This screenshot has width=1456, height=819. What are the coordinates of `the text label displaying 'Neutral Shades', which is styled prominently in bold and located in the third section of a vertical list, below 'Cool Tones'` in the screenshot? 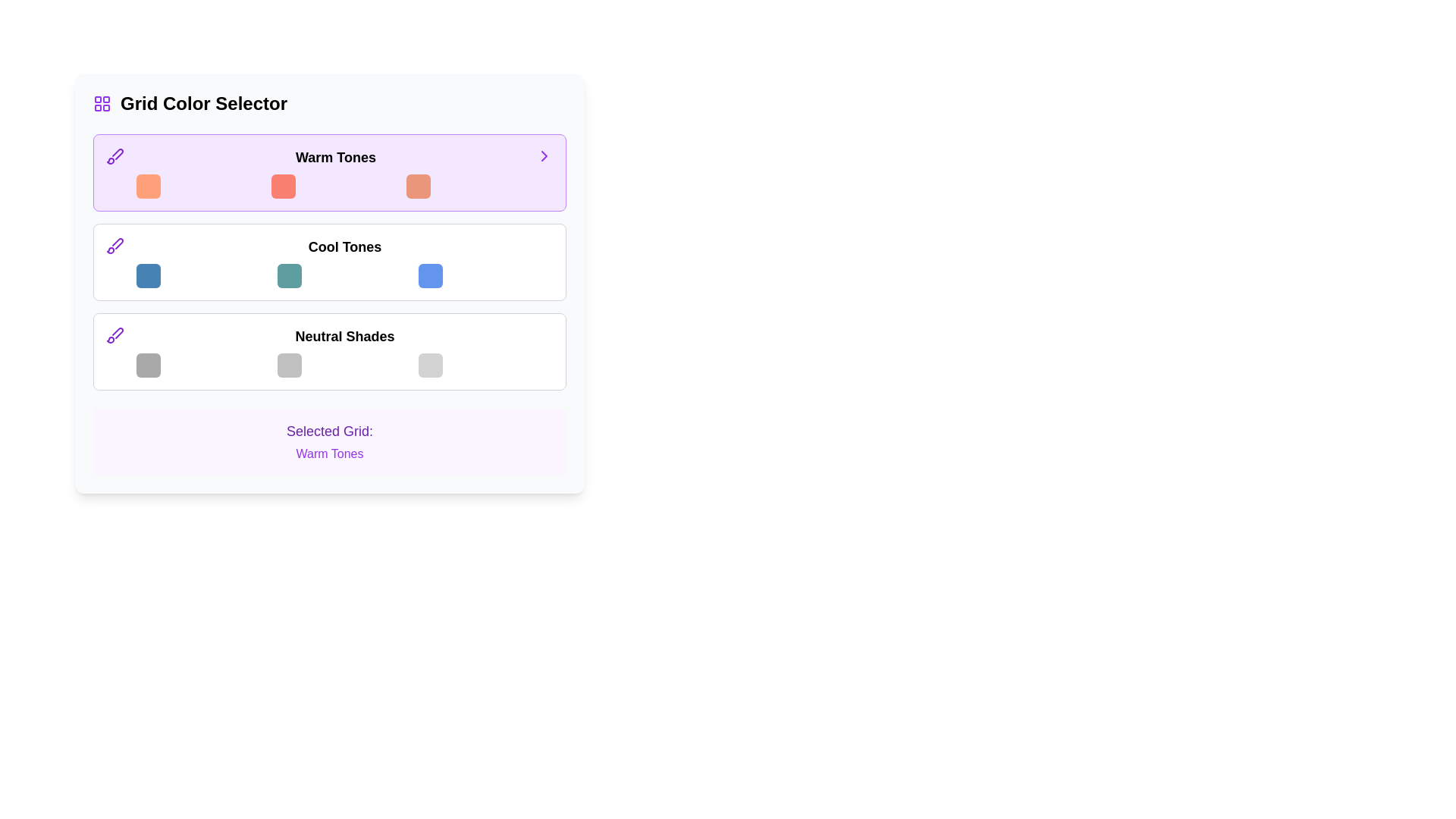 It's located at (344, 335).